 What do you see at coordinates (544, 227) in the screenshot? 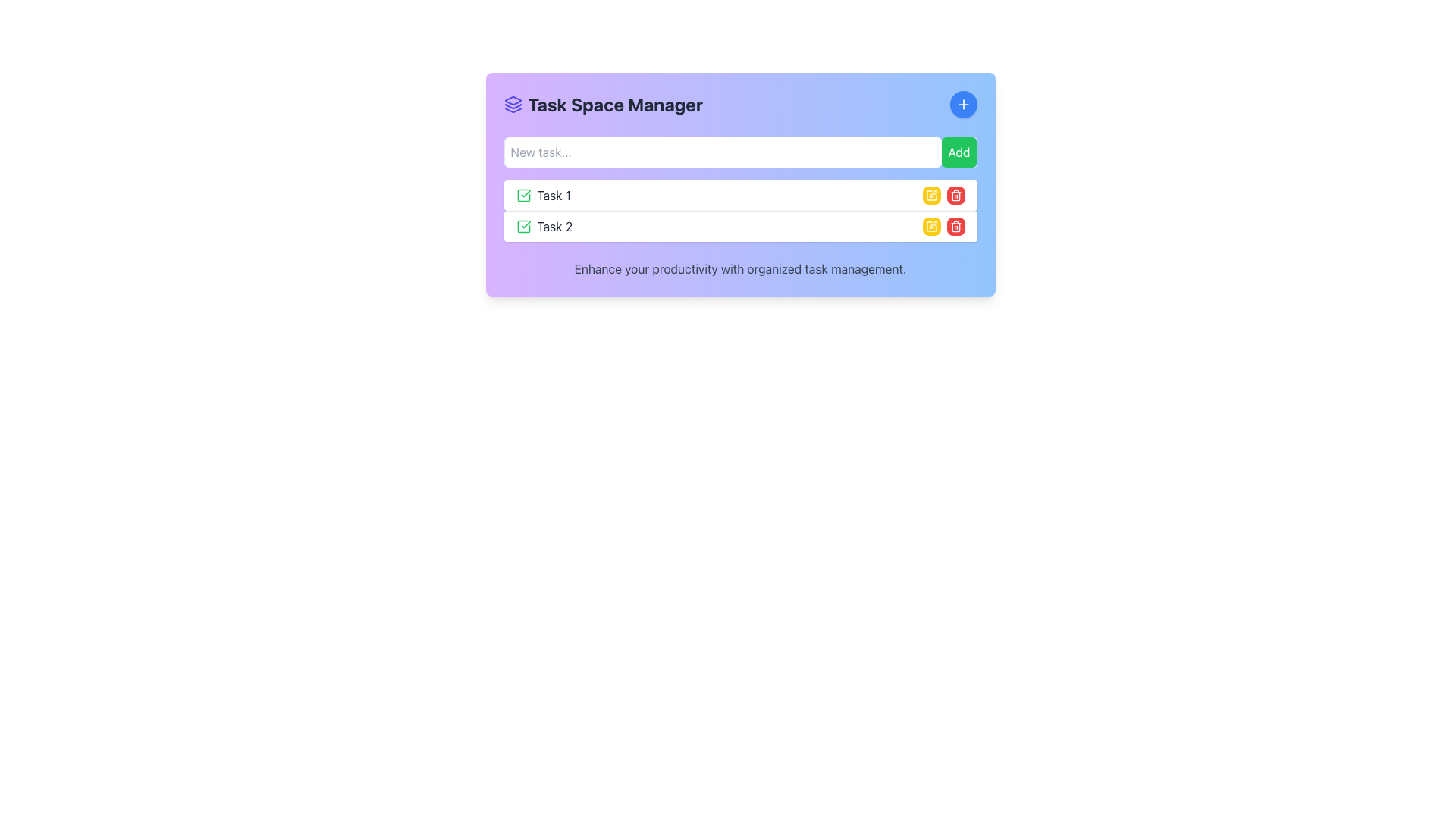
I see `the label element that displays the name or description of a task, located in the second row of a task list, adjacent to a green checkmark icon` at bounding box center [544, 227].